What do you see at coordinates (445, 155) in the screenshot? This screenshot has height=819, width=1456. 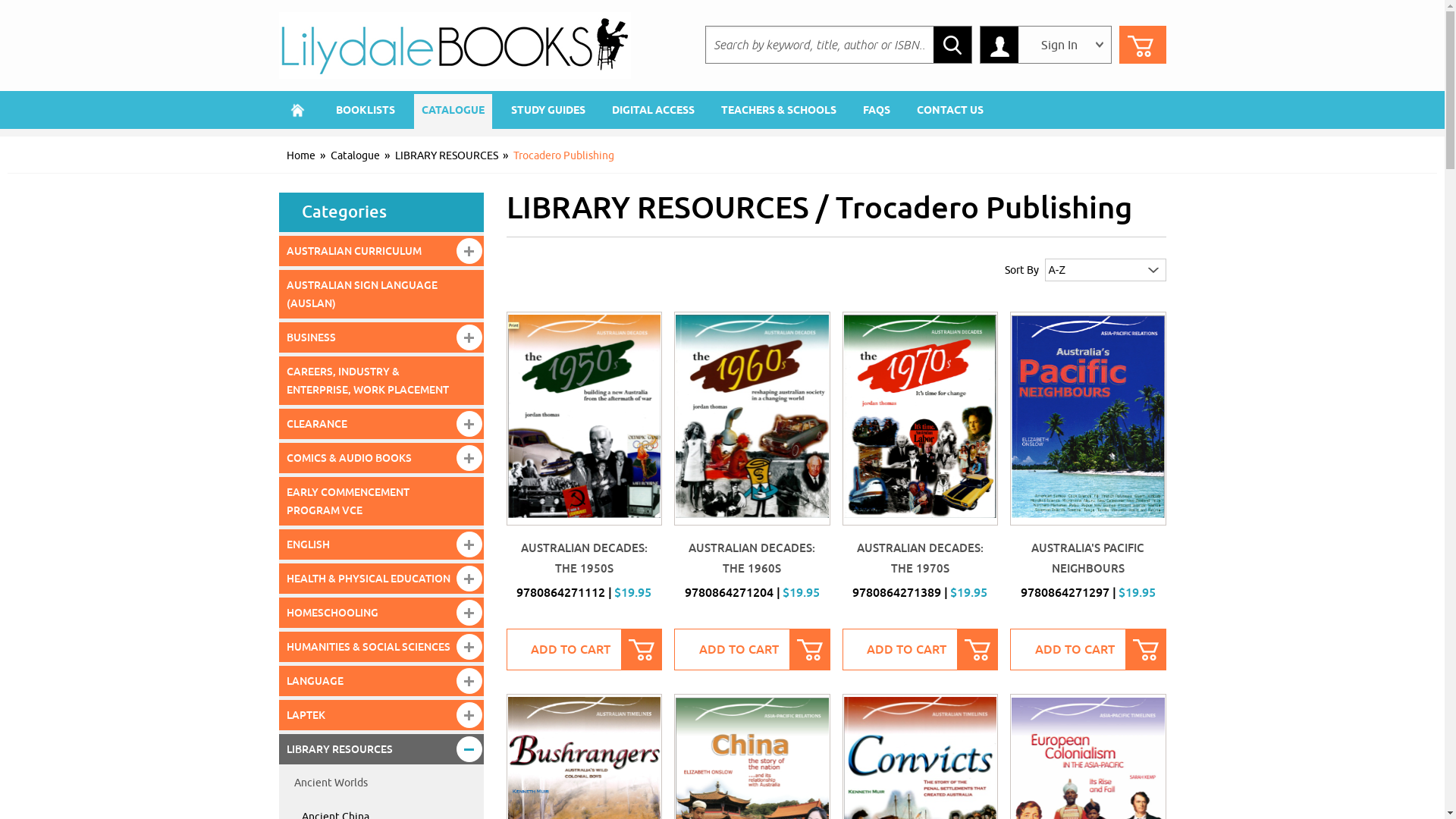 I see `'LIBRARY RESOURCES'` at bounding box center [445, 155].